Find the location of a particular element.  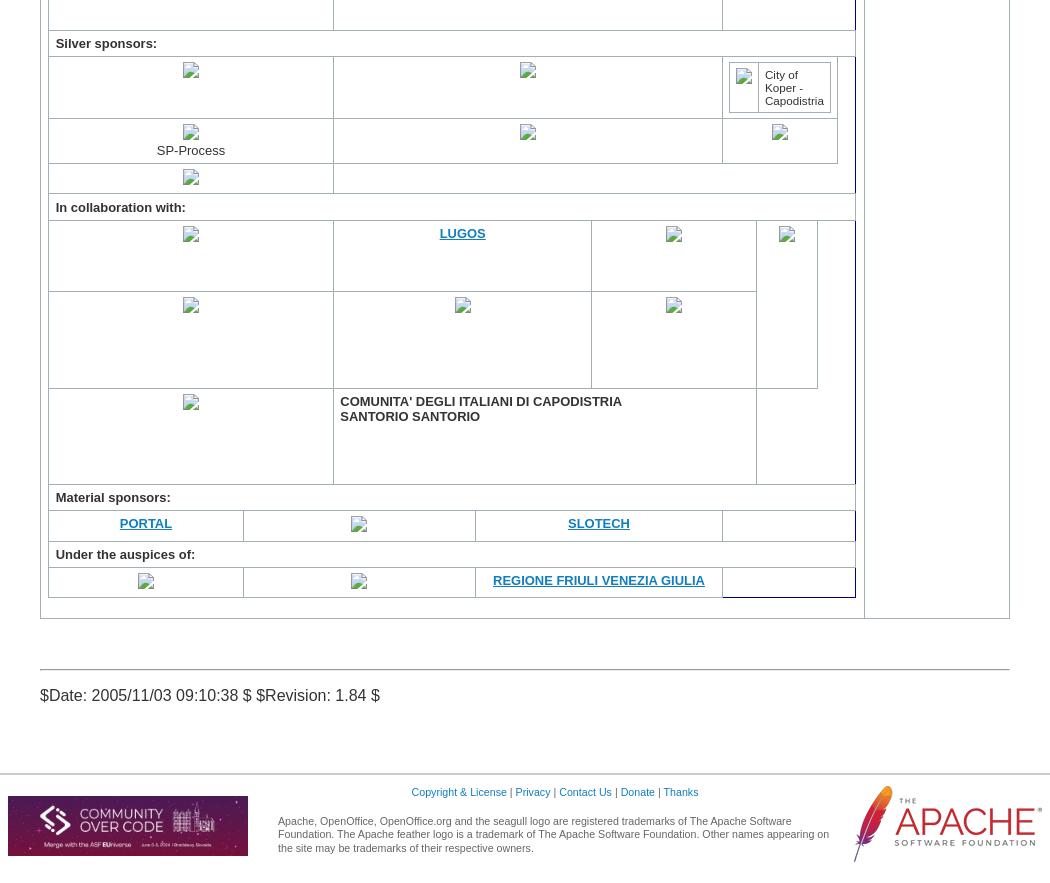

'SP-Process' is located at coordinates (156, 149).